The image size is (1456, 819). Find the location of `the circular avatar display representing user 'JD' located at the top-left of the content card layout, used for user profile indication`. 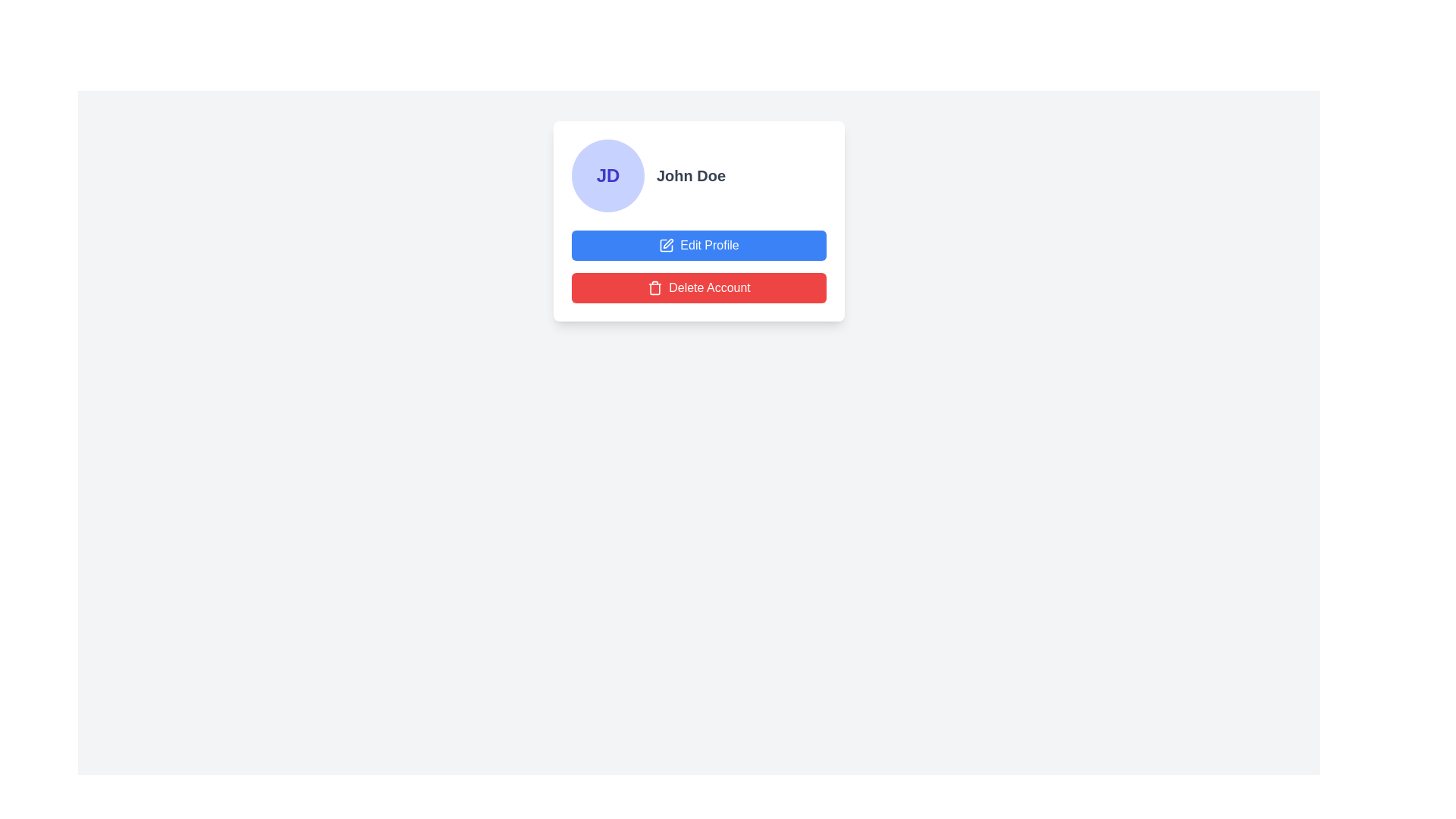

the circular avatar display representing user 'JD' located at the top-left of the content card layout, used for user profile indication is located at coordinates (607, 174).